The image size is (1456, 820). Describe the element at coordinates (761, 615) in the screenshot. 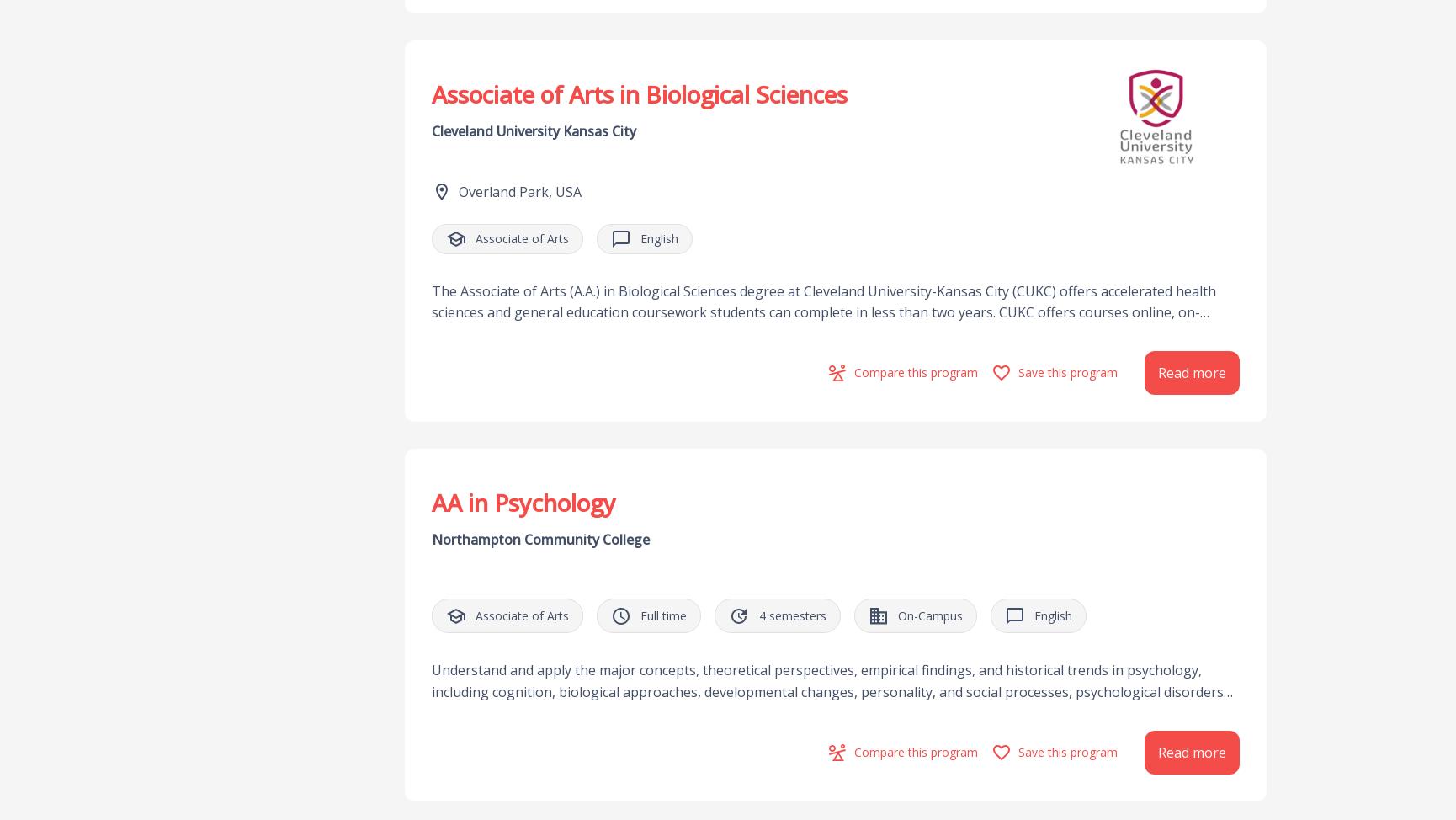

I see `'4'` at that location.